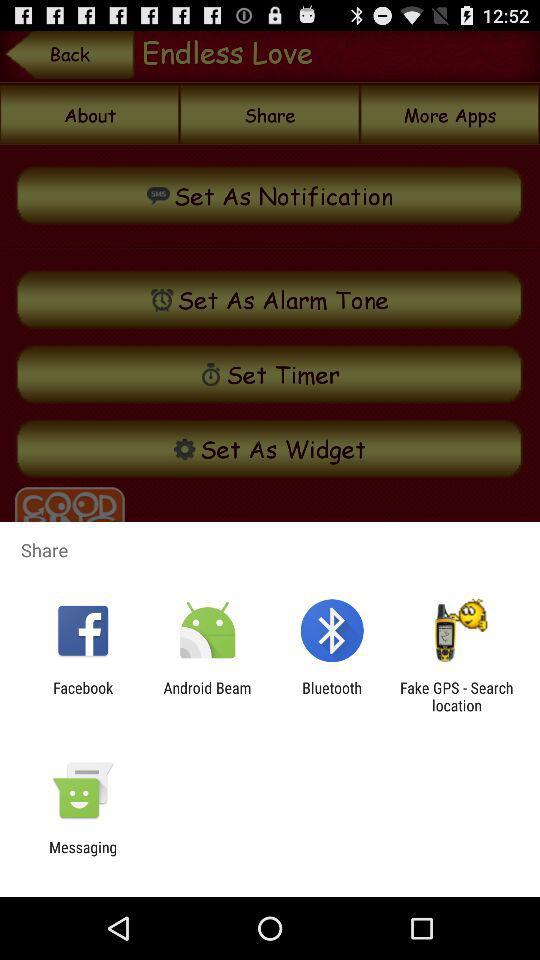 The image size is (540, 960). What do you see at coordinates (206, 696) in the screenshot?
I see `the icon next to the facebook icon` at bounding box center [206, 696].